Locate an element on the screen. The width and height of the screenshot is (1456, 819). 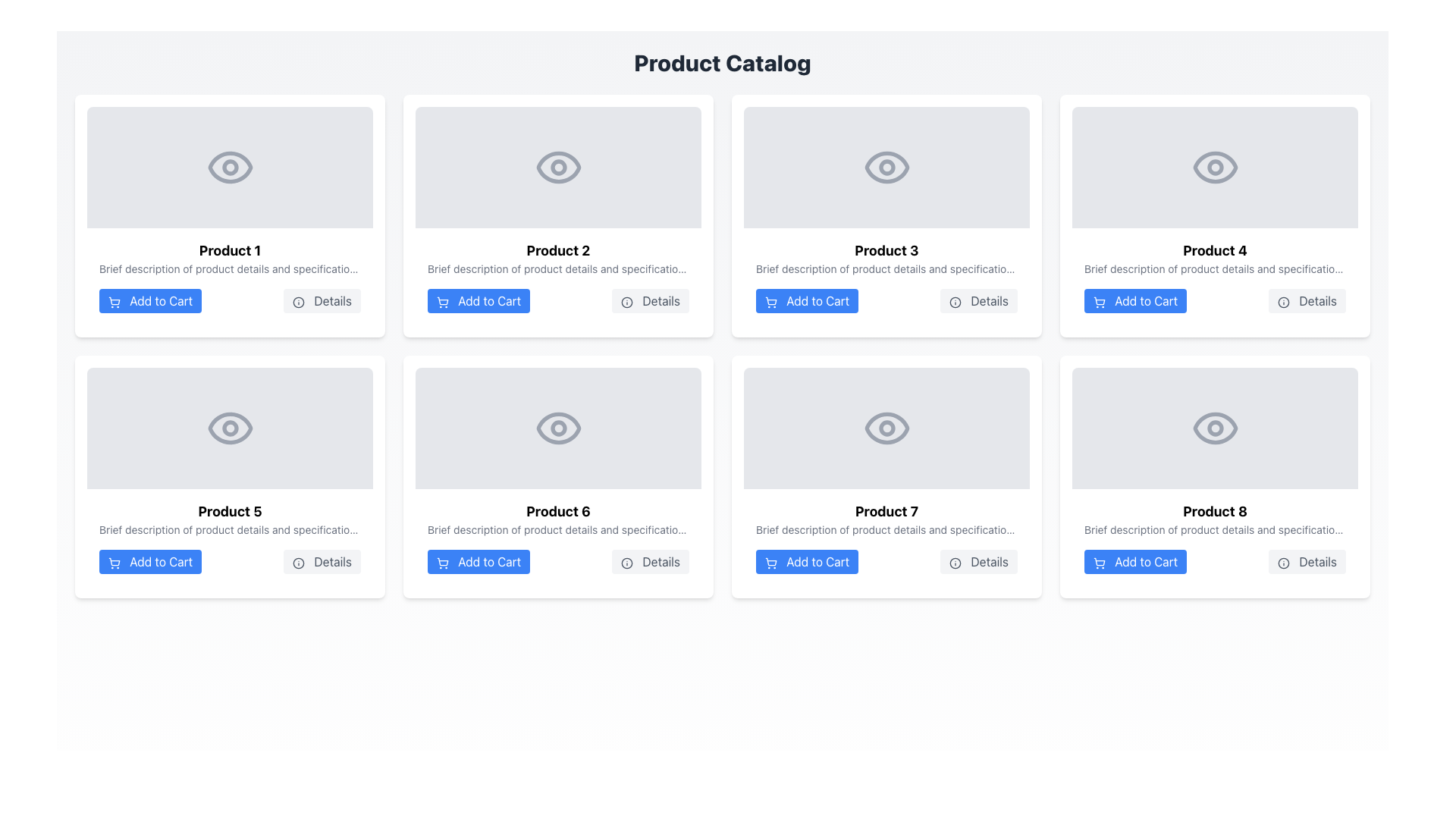
the 'Add to Cart' button associated with 'Product 1', which is visually indicated by the shopping cart icon positioned in the bottom left corner of the product's card is located at coordinates (113, 301).